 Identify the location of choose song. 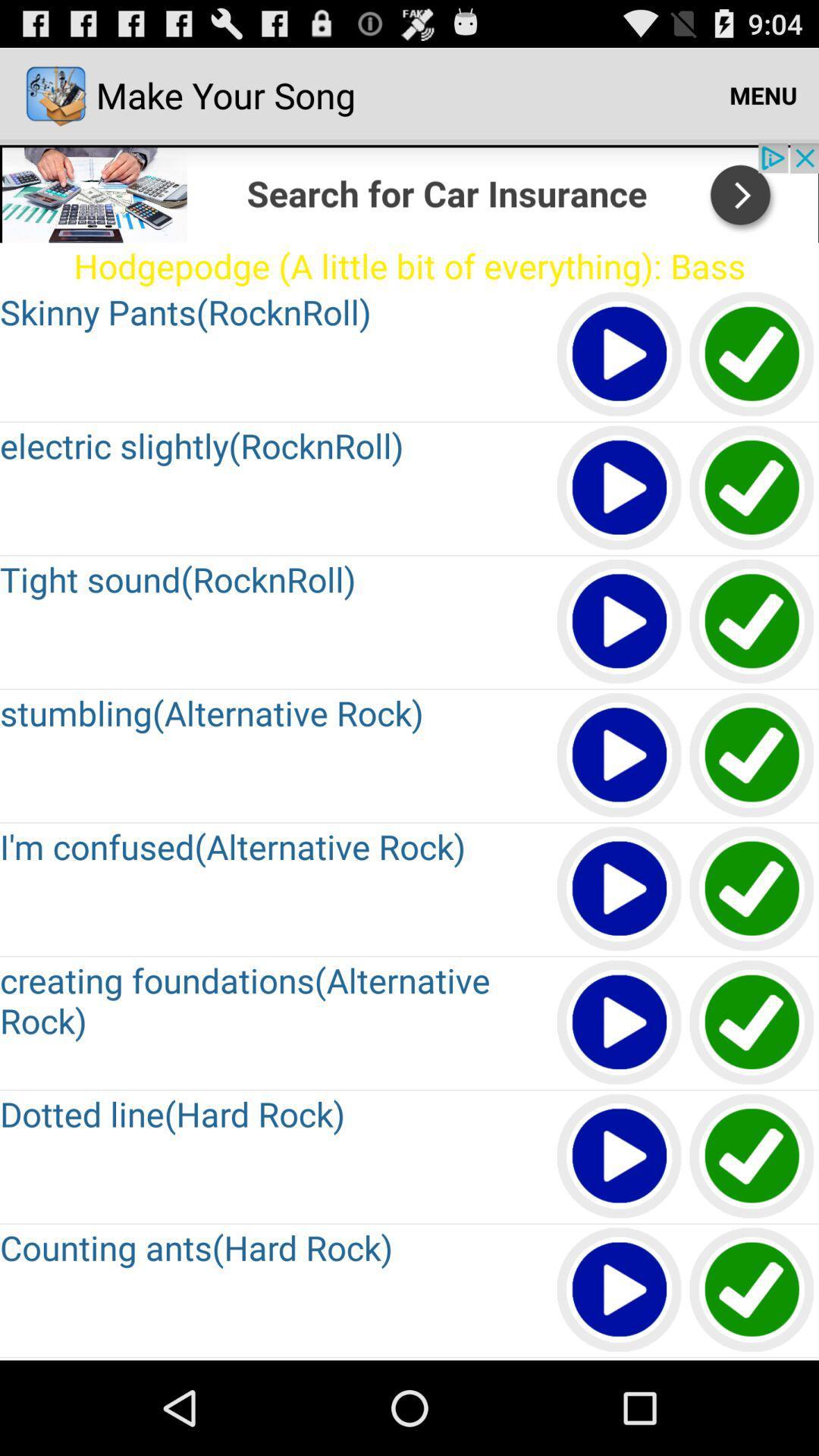
(752, 890).